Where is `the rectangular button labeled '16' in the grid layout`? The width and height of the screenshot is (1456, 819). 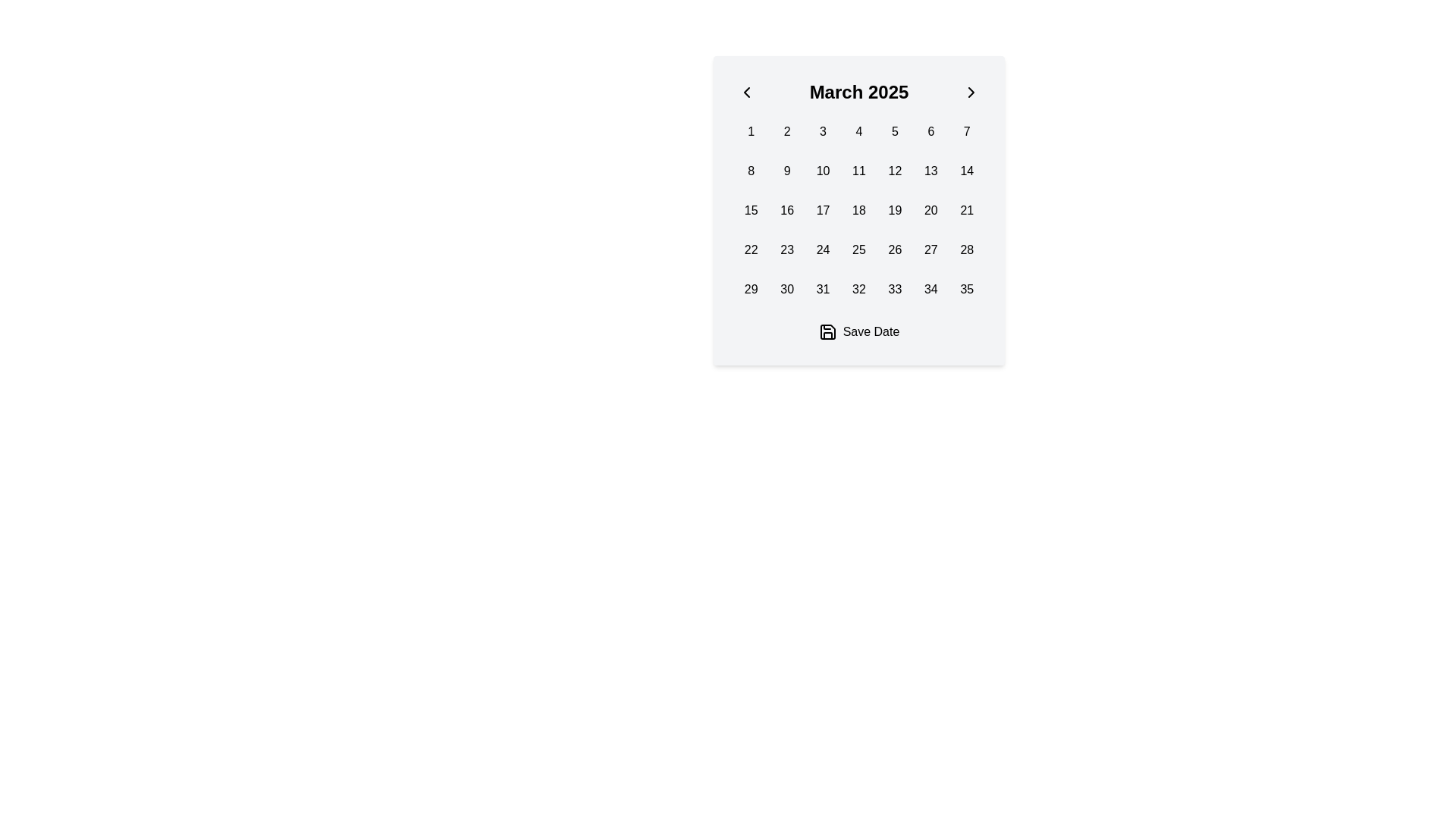
the rectangular button labeled '16' in the grid layout is located at coordinates (786, 210).